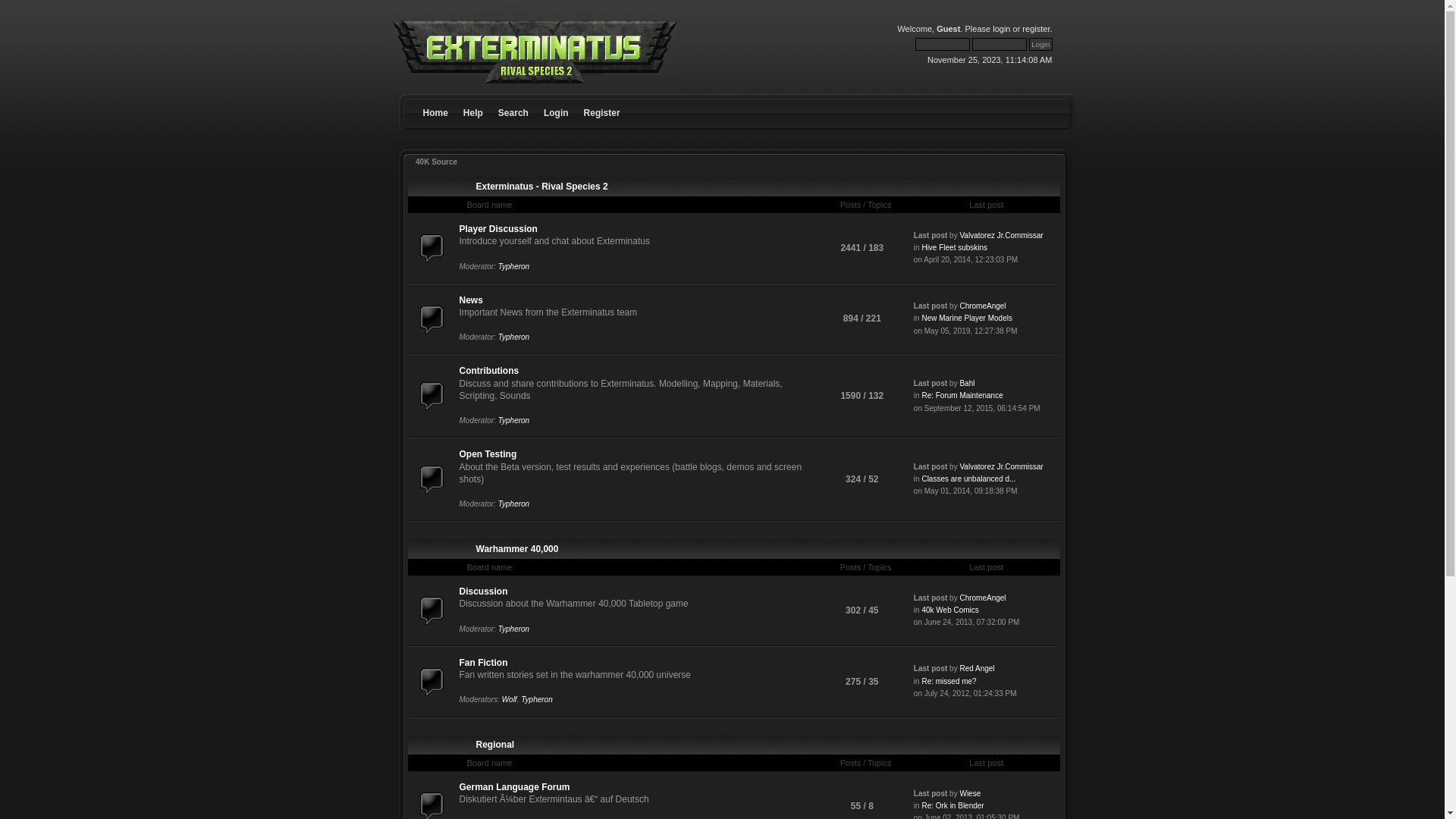 The image size is (1456, 819). I want to click on '40K Source', so click(435, 162).